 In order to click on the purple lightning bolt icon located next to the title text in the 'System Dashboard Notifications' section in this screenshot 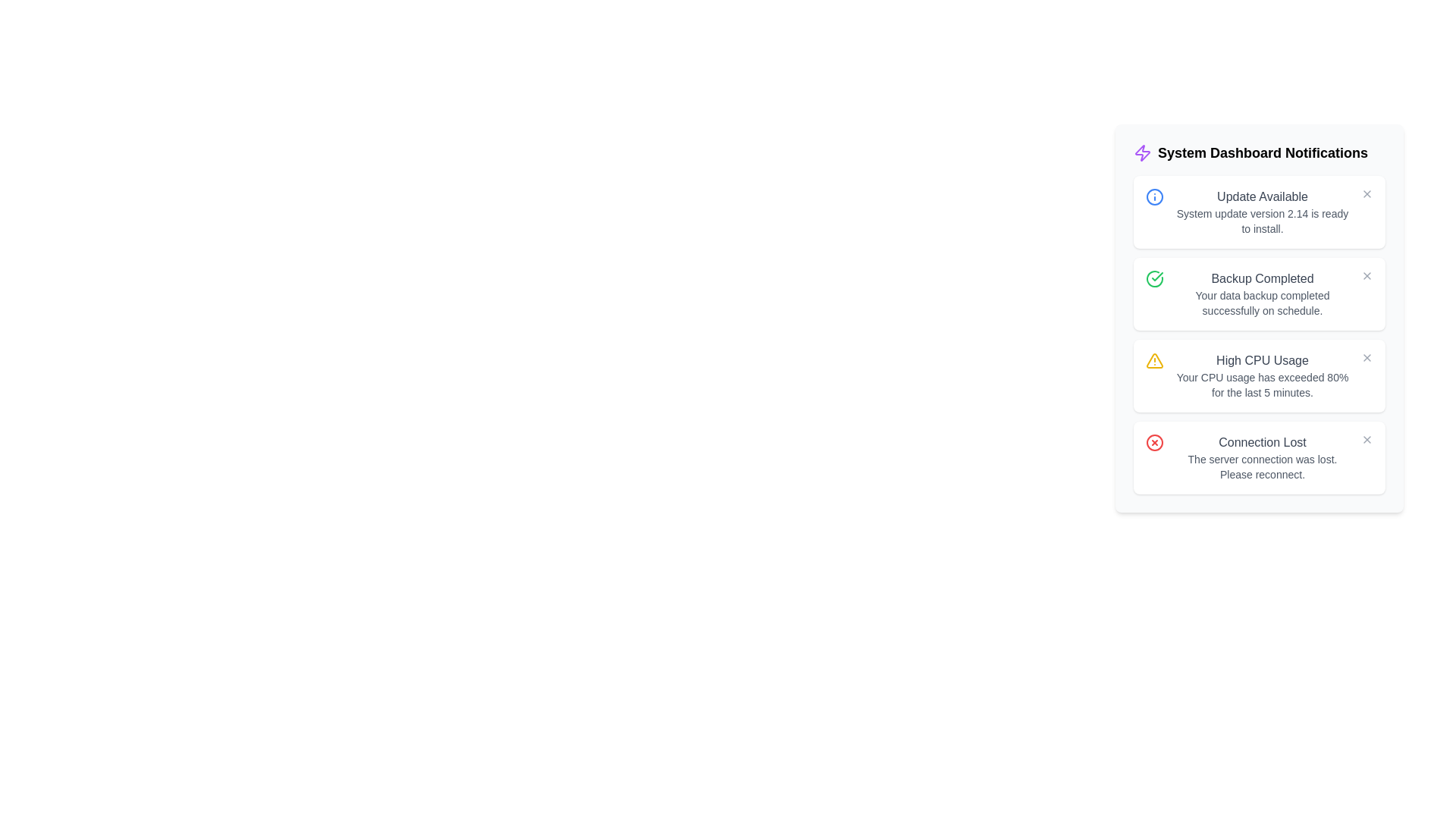, I will do `click(1143, 152)`.